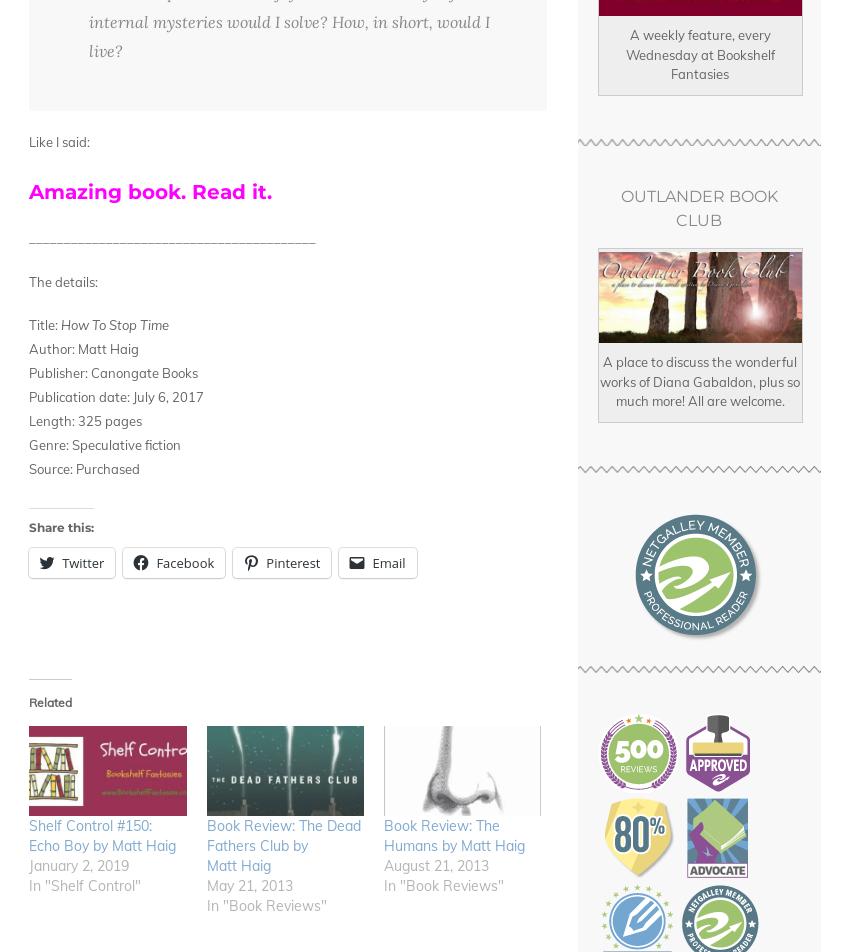  What do you see at coordinates (698, 381) in the screenshot?
I see `'A place to discuss the wonderful works of Diana Gabaldon, plus so much more! All are welcome.'` at bounding box center [698, 381].